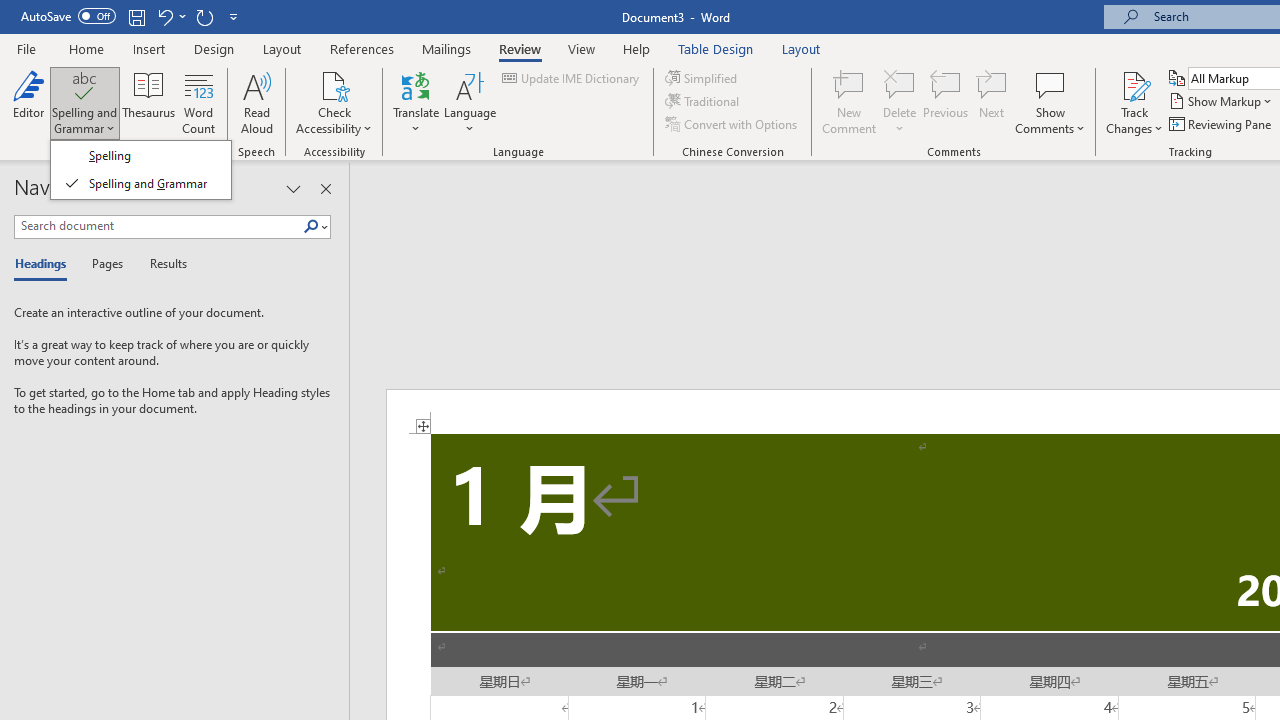 This screenshot has width=1280, height=720. Describe the element at coordinates (469, 103) in the screenshot. I see `'Language'` at that location.